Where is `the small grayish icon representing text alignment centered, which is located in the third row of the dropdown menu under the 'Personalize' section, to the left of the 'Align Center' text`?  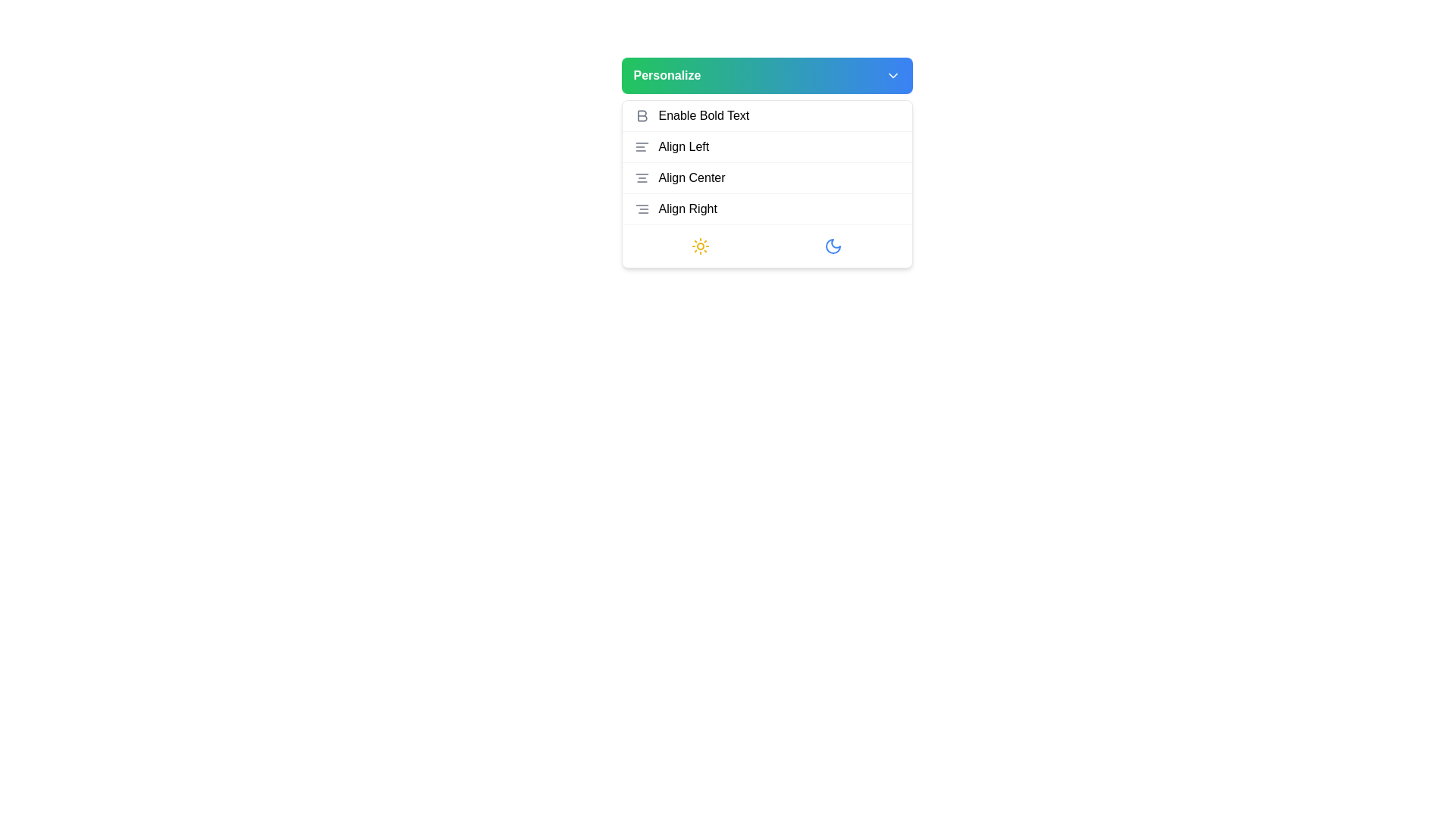 the small grayish icon representing text alignment centered, which is located in the third row of the dropdown menu under the 'Personalize' section, to the left of the 'Align Center' text is located at coordinates (642, 177).